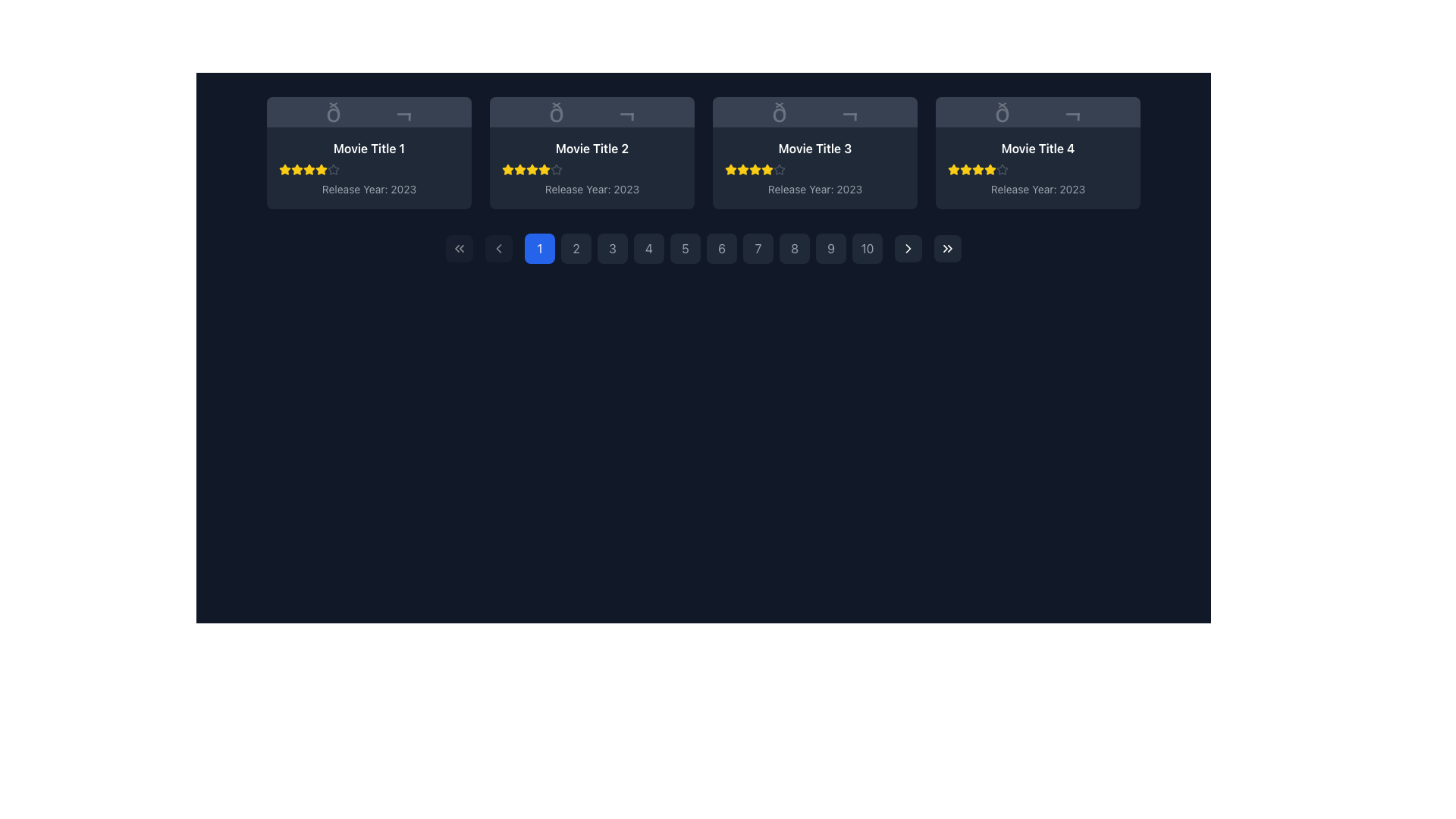  Describe the element at coordinates (990, 169) in the screenshot. I see `the yellow star-shaped rating icon located below the title text 'Movie Title 4' in the fourth card of the horizontal row` at that location.